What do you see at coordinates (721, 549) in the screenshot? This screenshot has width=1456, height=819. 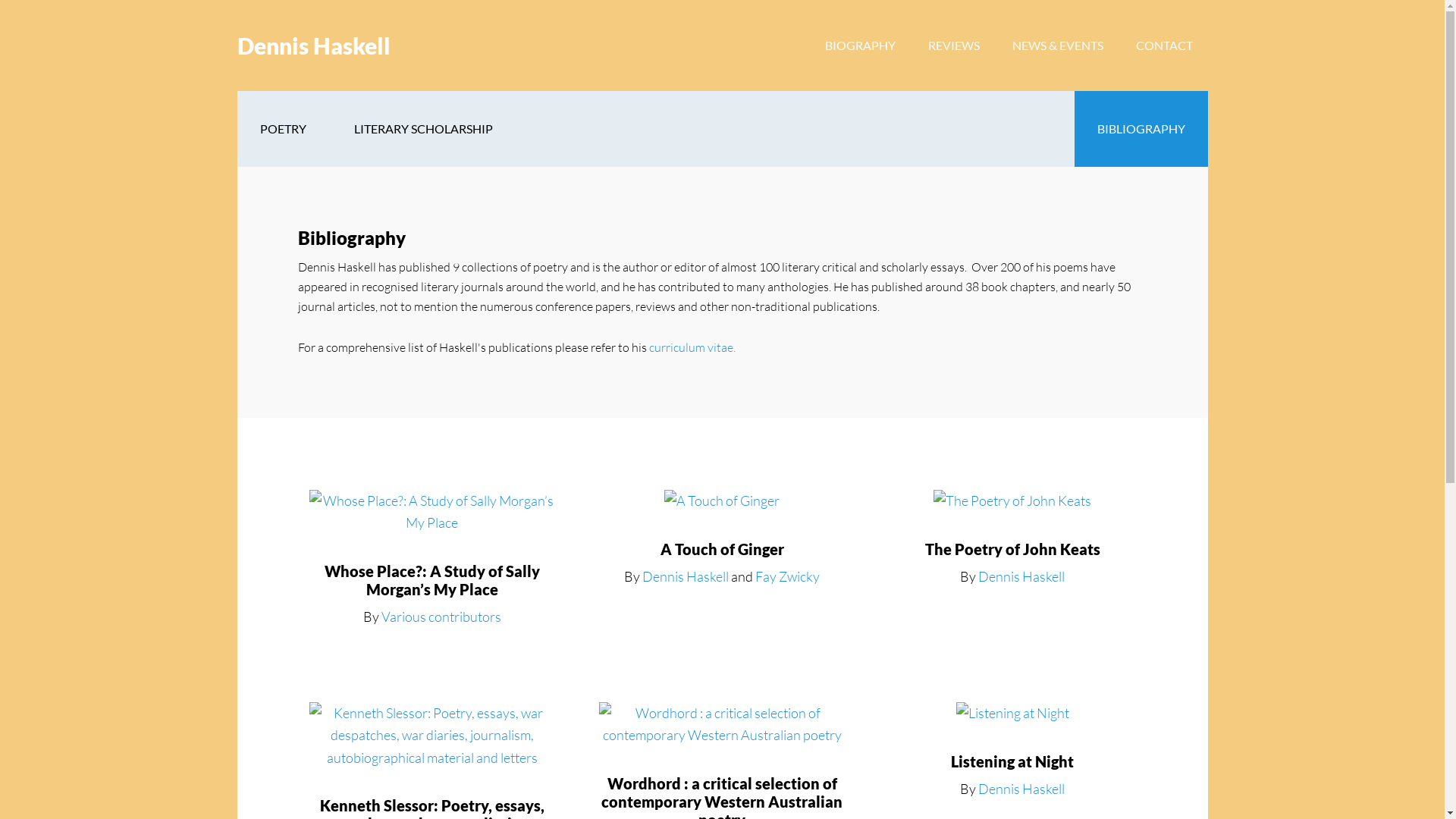 I see `'A Touch of Ginger'` at bounding box center [721, 549].